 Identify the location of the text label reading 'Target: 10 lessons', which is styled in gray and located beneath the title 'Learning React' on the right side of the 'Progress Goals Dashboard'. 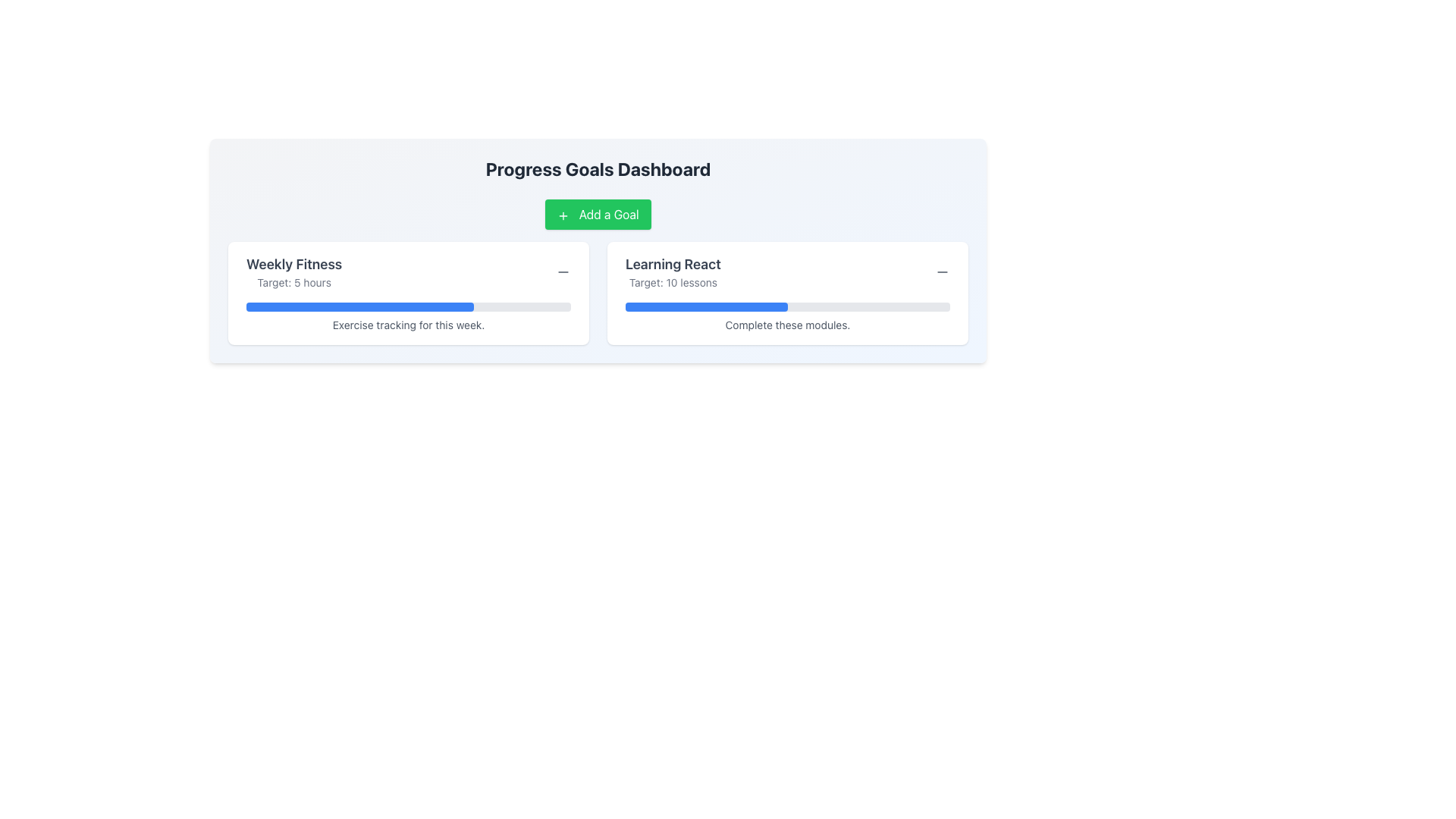
(673, 283).